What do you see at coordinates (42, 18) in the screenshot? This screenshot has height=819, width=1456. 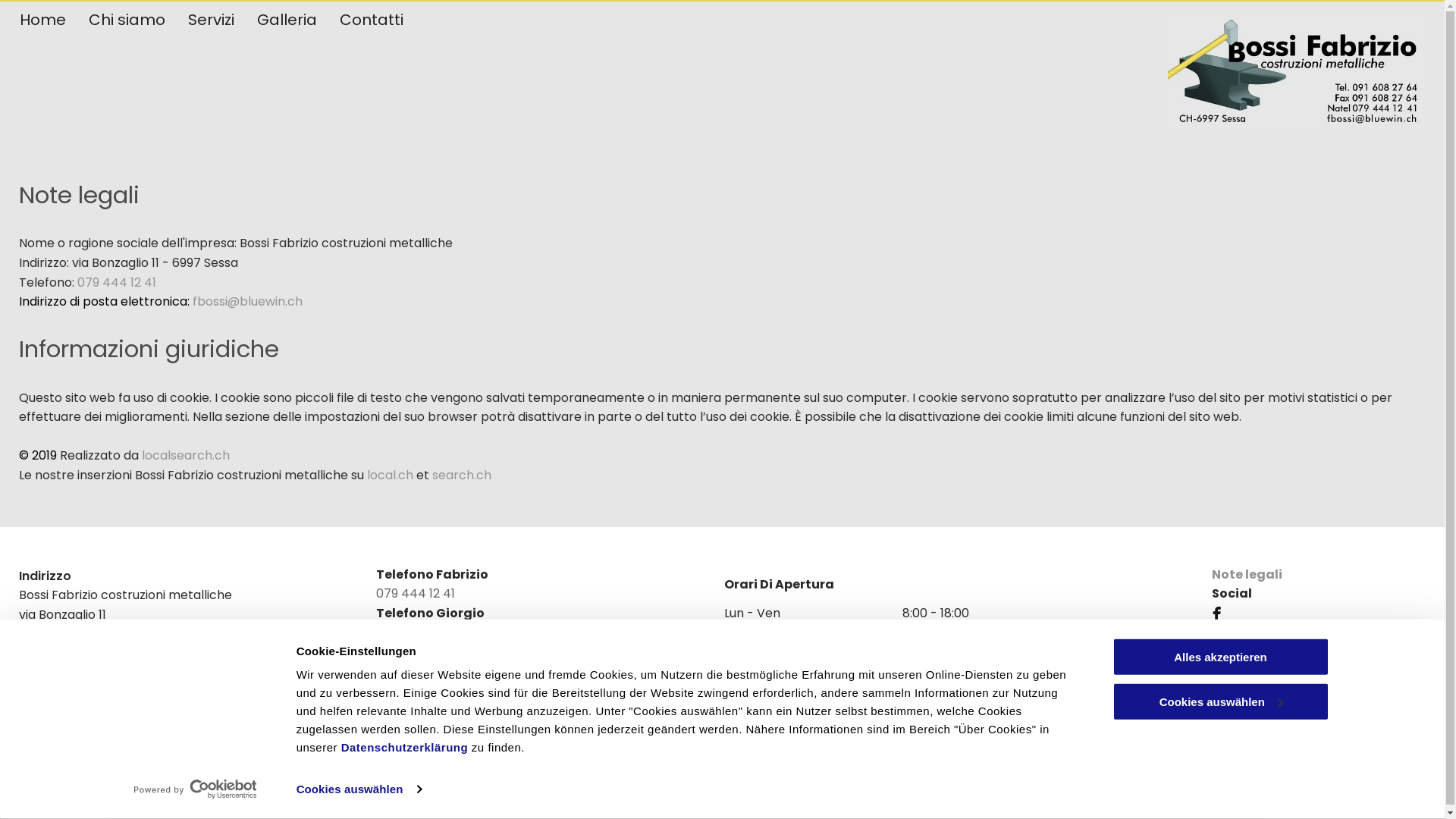 I see `'Home'` at bounding box center [42, 18].